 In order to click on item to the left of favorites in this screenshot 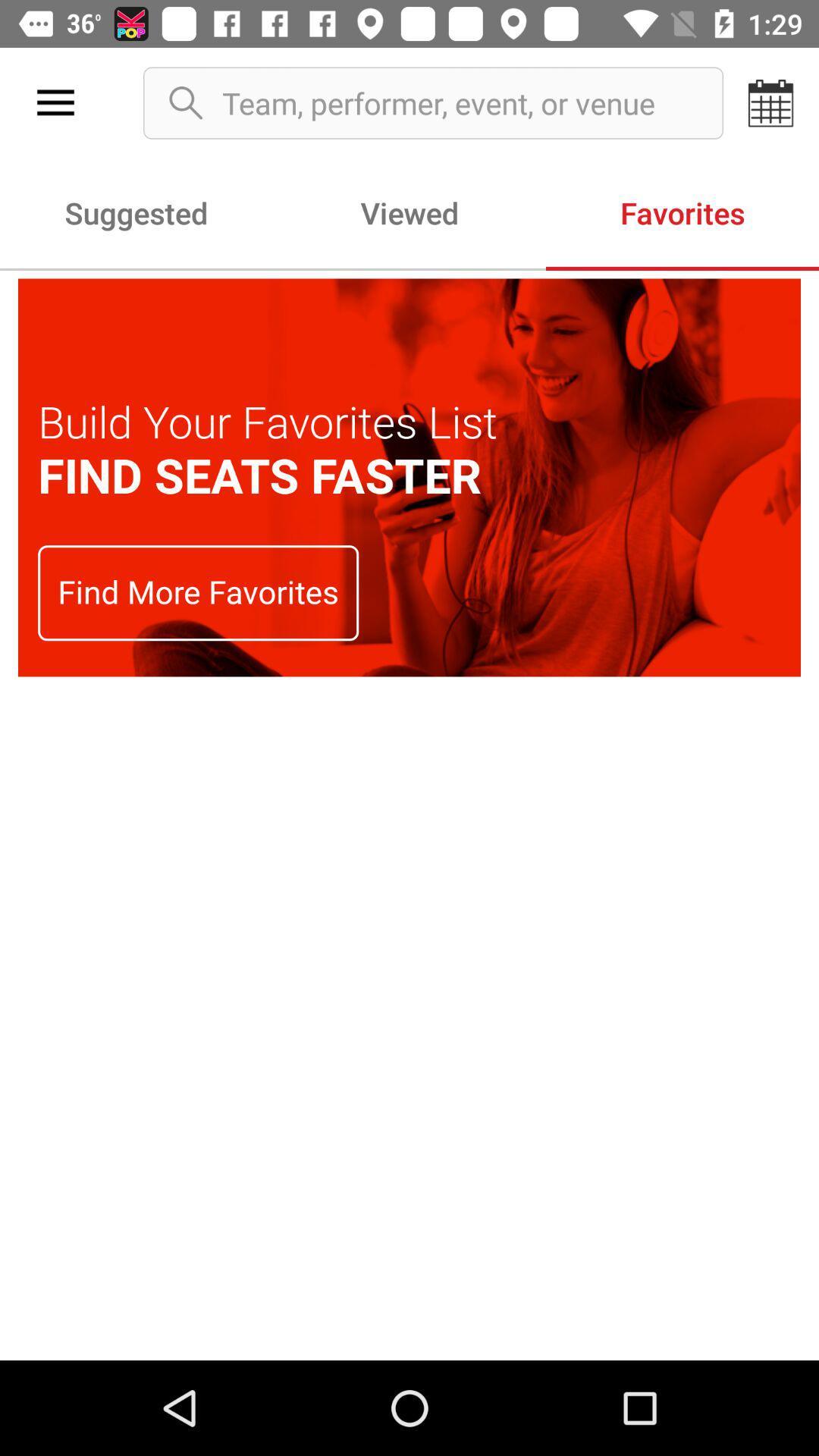, I will do `click(409, 212)`.